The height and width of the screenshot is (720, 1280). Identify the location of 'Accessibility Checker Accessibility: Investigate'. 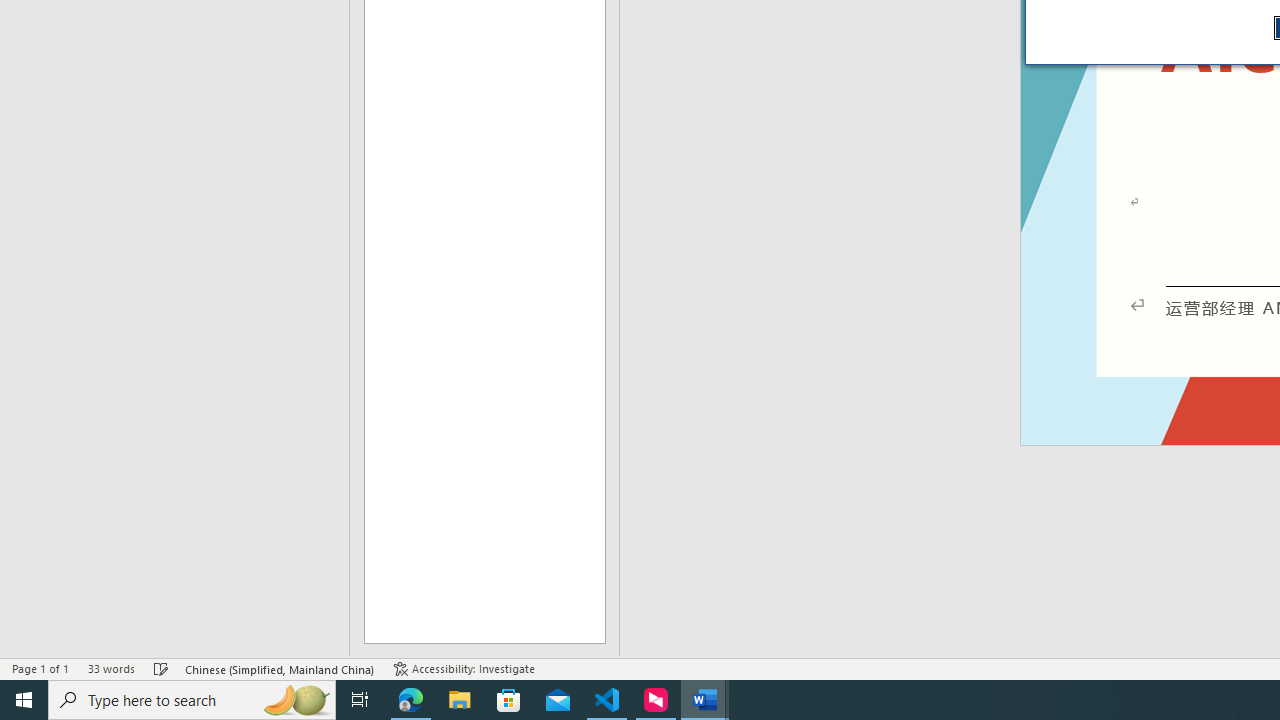
(463, 669).